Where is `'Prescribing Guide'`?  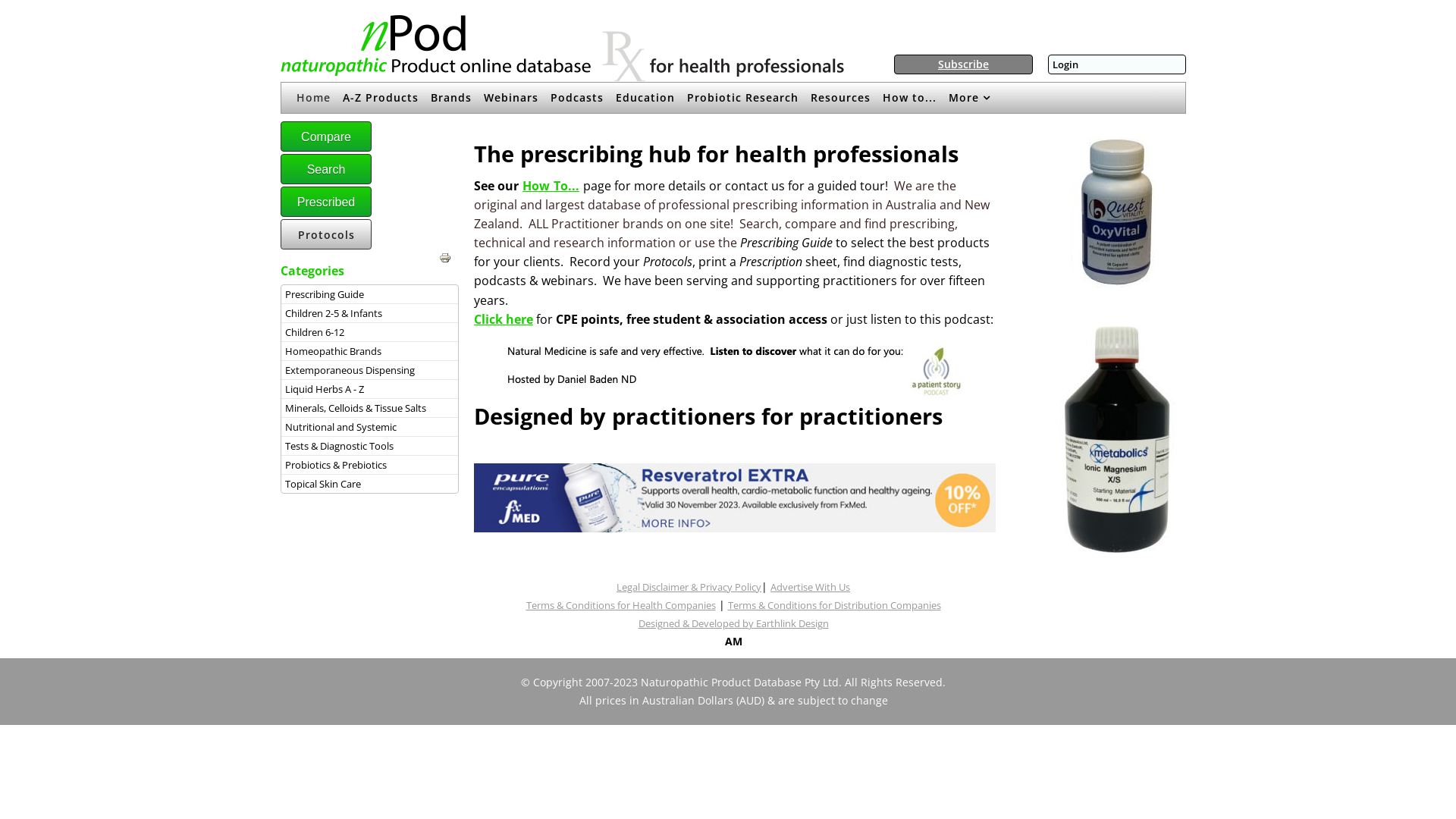 'Prescribing Guide' is located at coordinates (284, 294).